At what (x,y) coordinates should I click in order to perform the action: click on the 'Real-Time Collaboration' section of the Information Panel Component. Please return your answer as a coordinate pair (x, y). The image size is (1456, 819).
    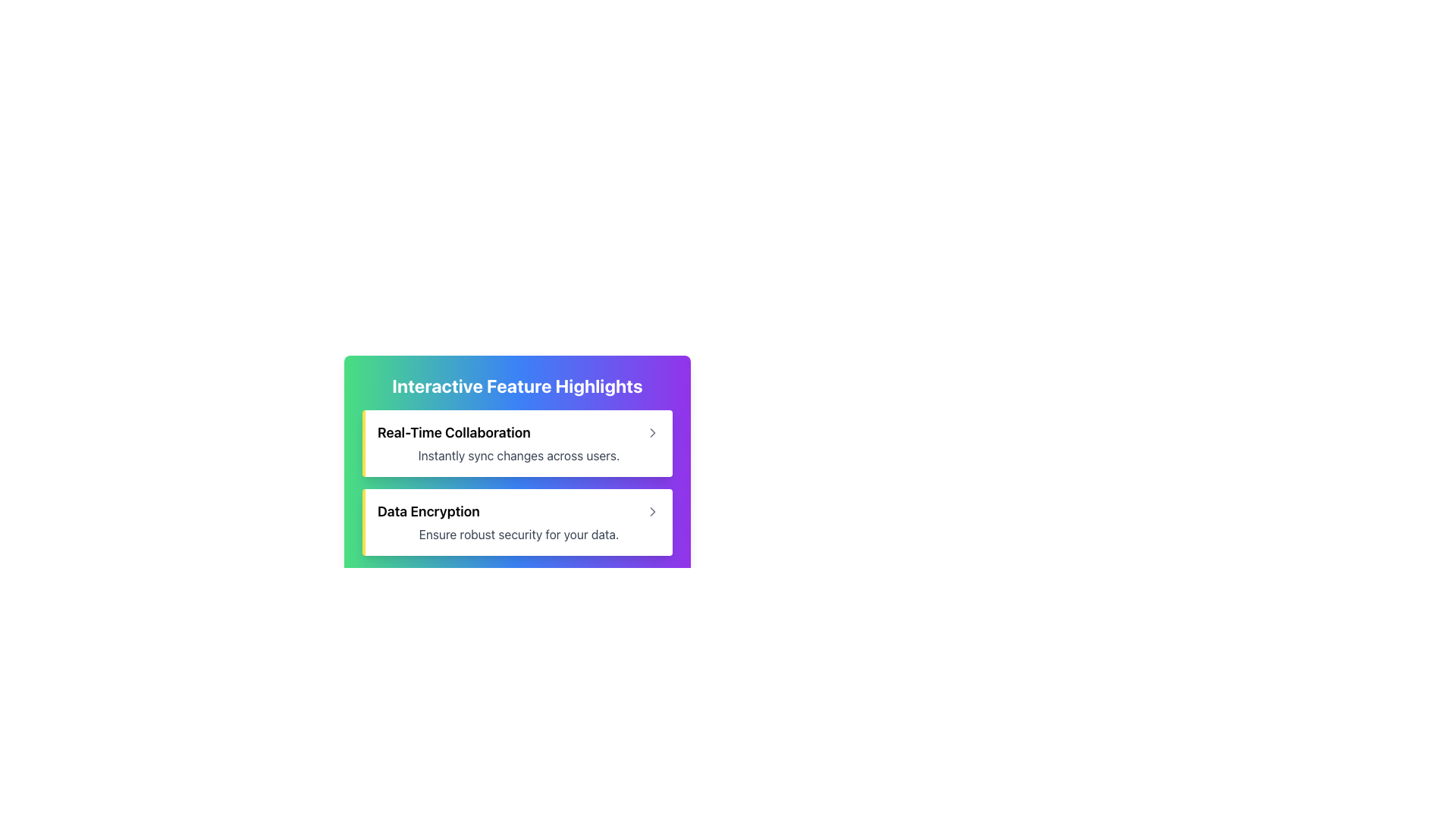
    Looking at the image, I should click on (517, 452).